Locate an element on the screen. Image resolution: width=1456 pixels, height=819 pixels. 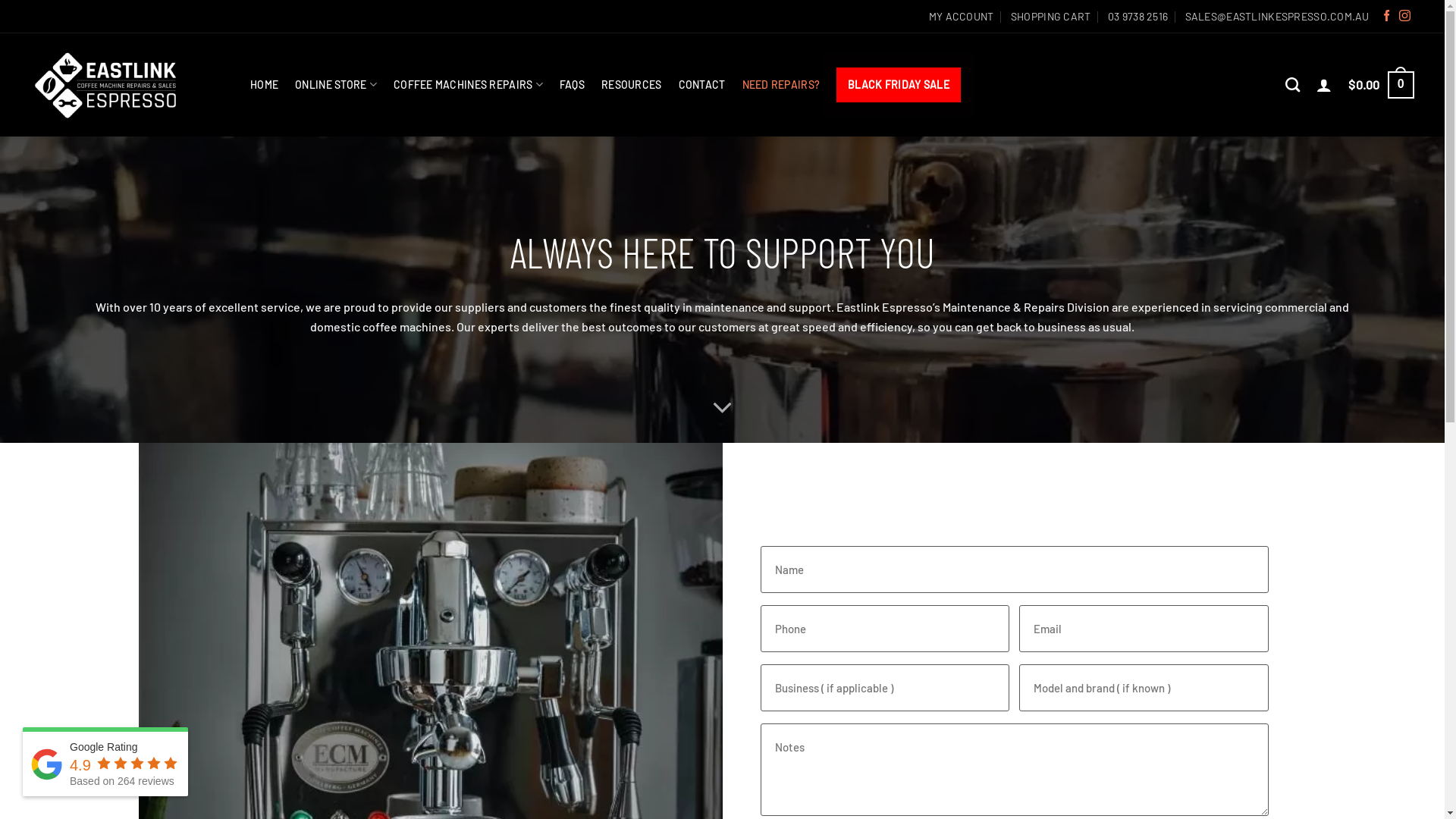
'03 9738 2516' is located at coordinates (1107, 15).